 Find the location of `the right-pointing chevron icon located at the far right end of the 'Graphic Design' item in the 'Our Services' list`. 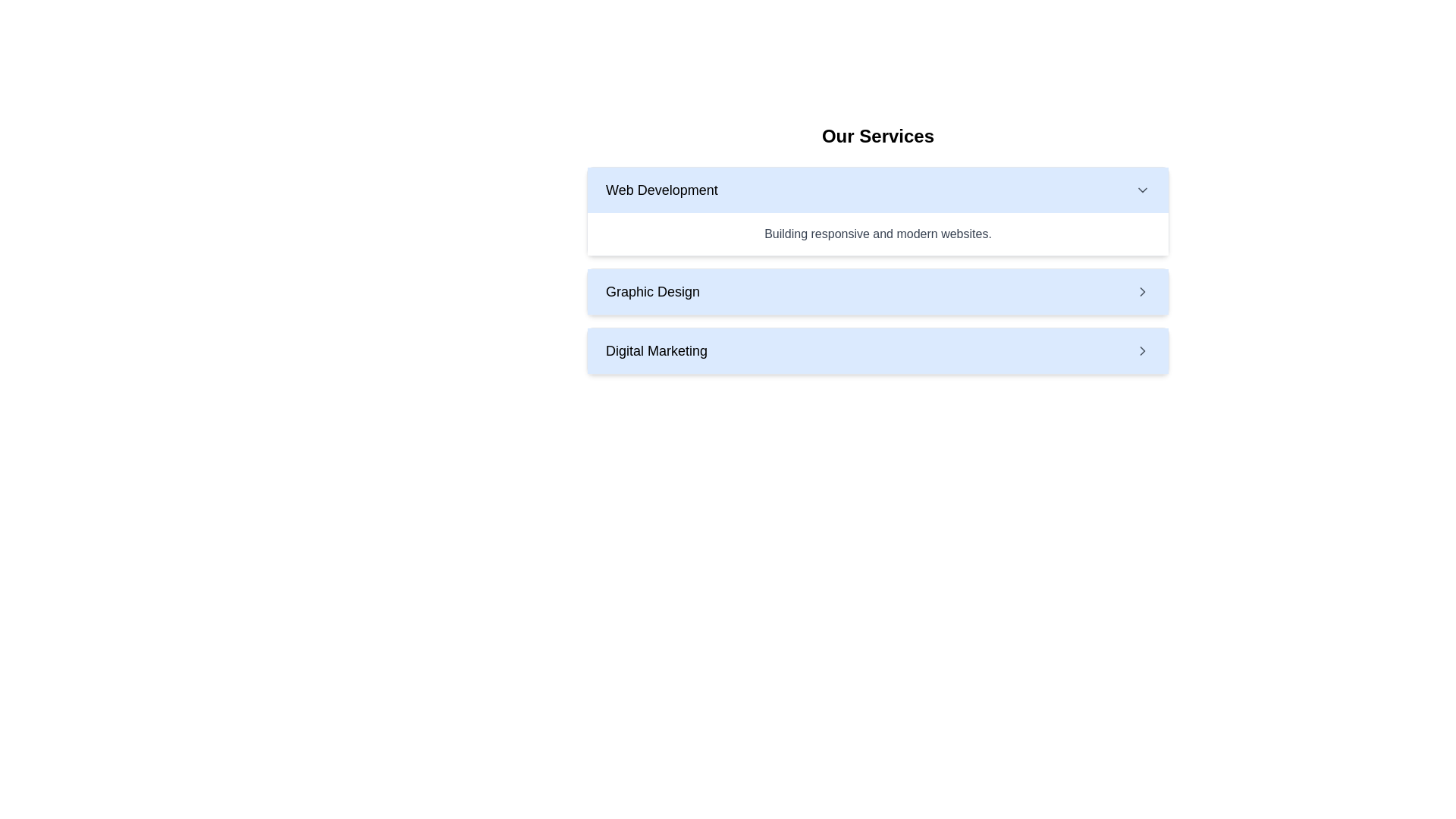

the right-pointing chevron icon located at the far right end of the 'Graphic Design' item in the 'Our Services' list is located at coordinates (1143, 292).